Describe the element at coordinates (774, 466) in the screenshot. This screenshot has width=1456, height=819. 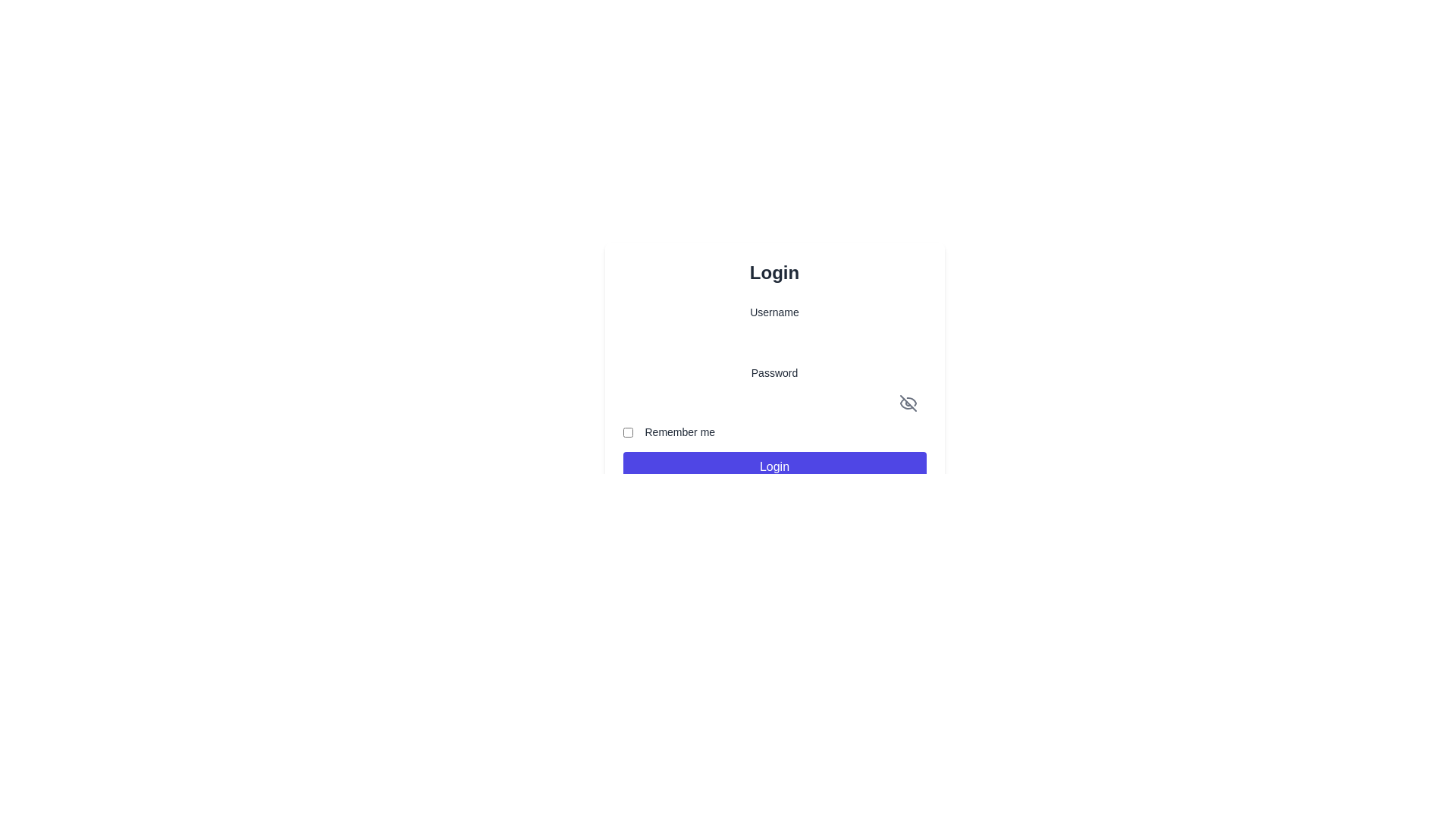
I see `the submit button located below the 'Remember me' checkbox to initiate the authentication process for the login form` at that location.